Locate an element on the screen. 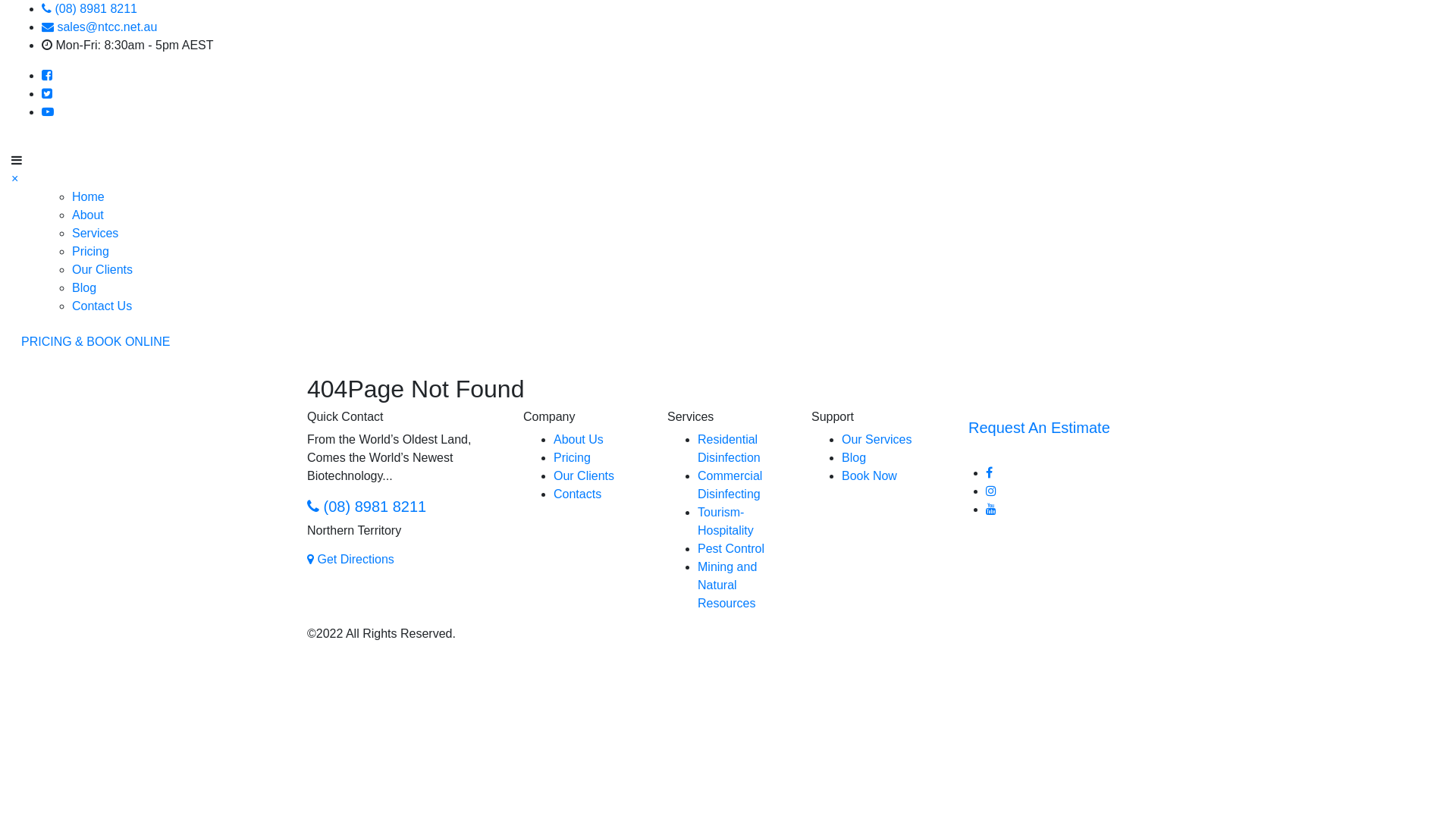 Image resolution: width=1456 pixels, height=819 pixels. 'sales@ntcc.net.au' is located at coordinates (98, 27).